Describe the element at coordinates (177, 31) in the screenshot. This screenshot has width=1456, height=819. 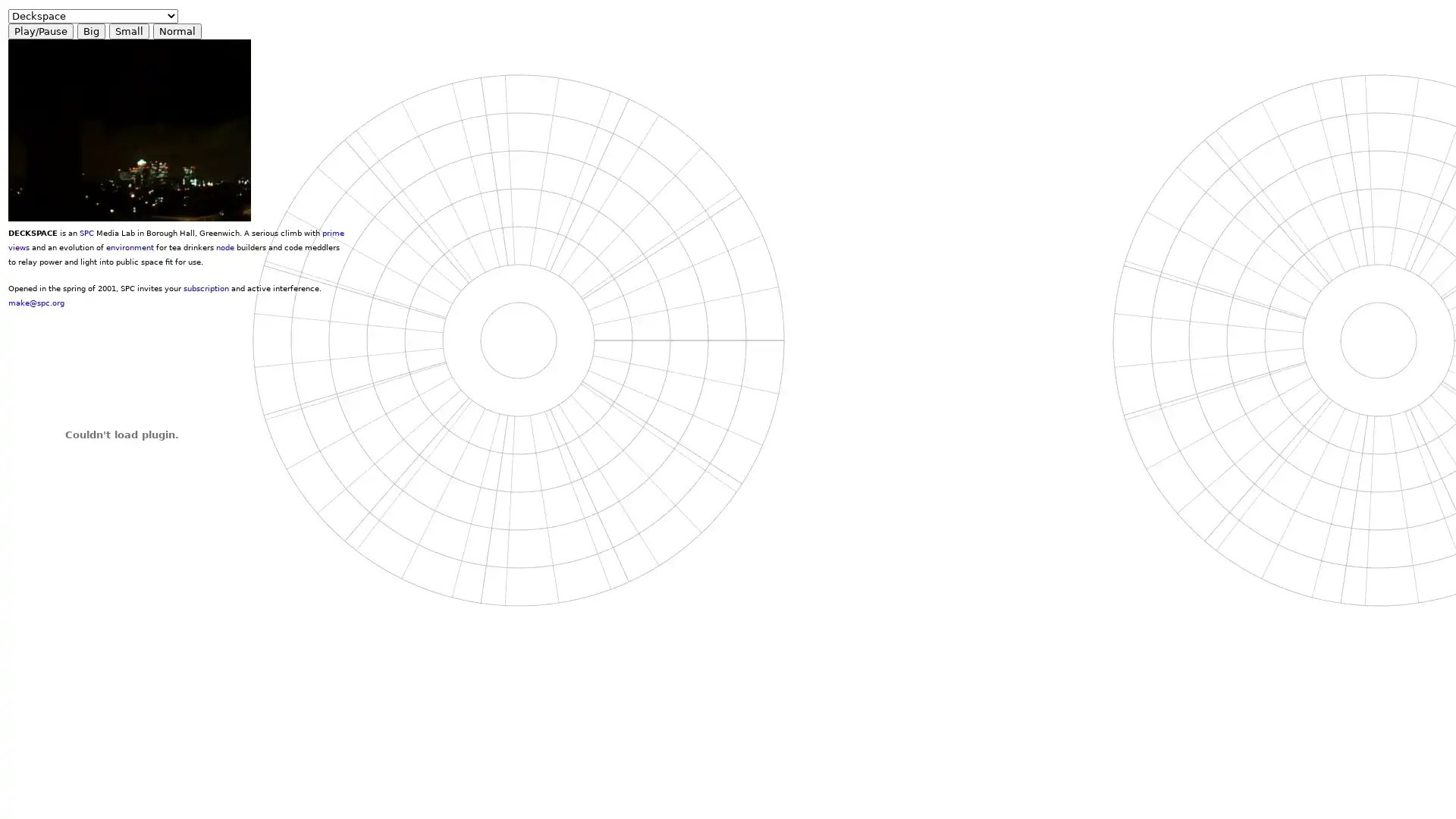
I see `Normal` at that location.